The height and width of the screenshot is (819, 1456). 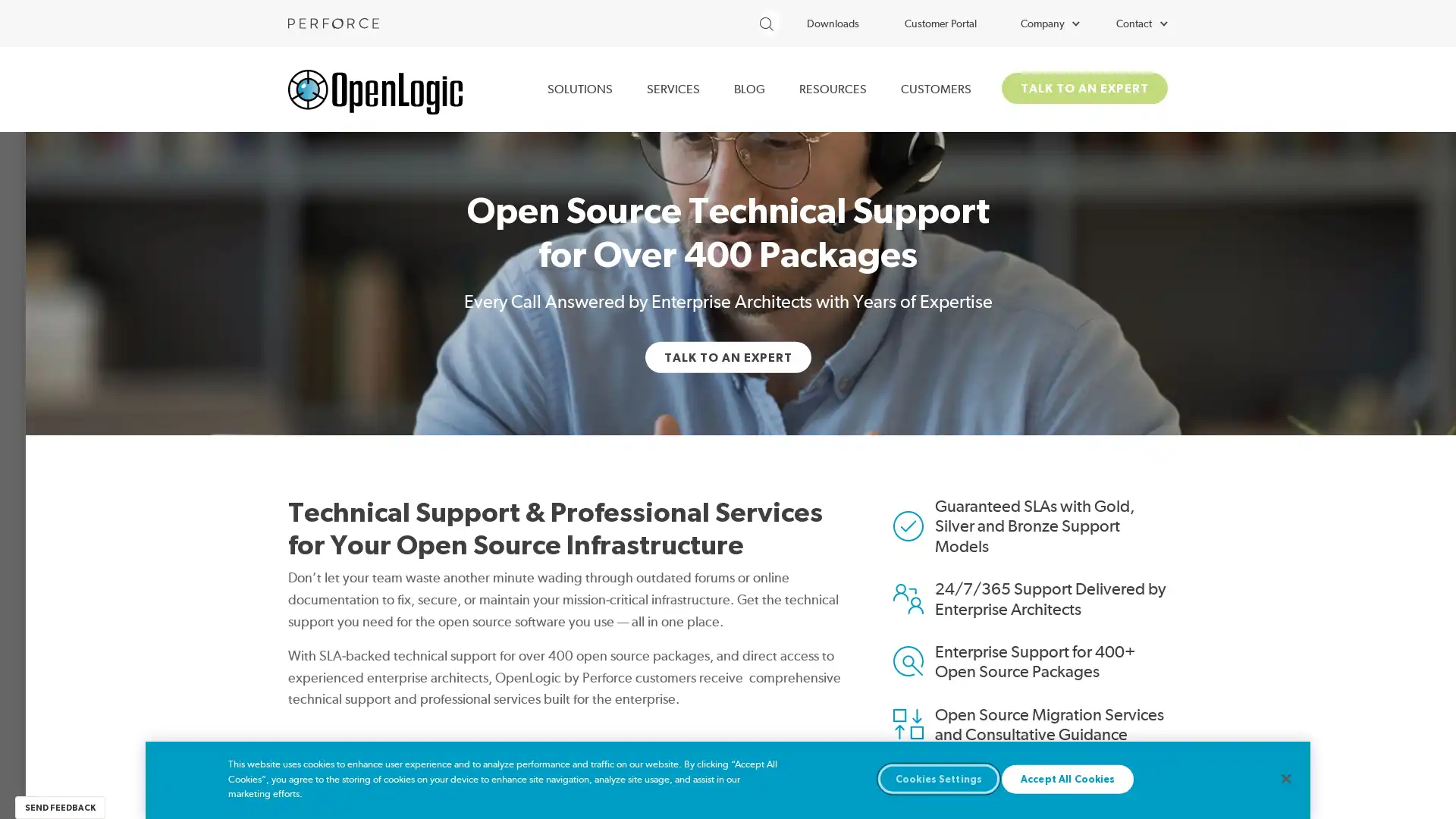 What do you see at coordinates (1066, 778) in the screenshot?
I see `Accept All Cookies` at bounding box center [1066, 778].